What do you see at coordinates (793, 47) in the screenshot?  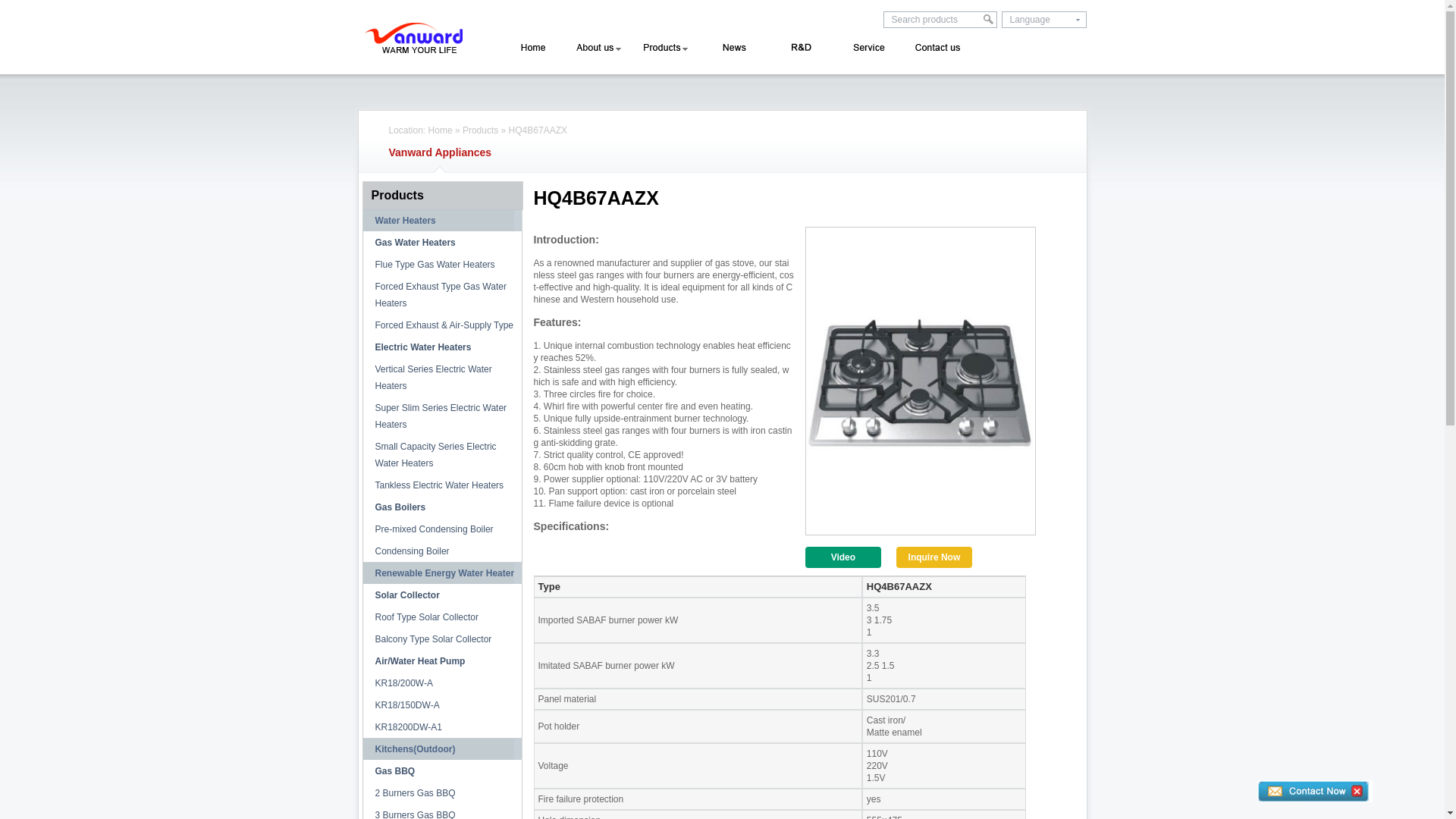 I see `'R&D'` at bounding box center [793, 47].